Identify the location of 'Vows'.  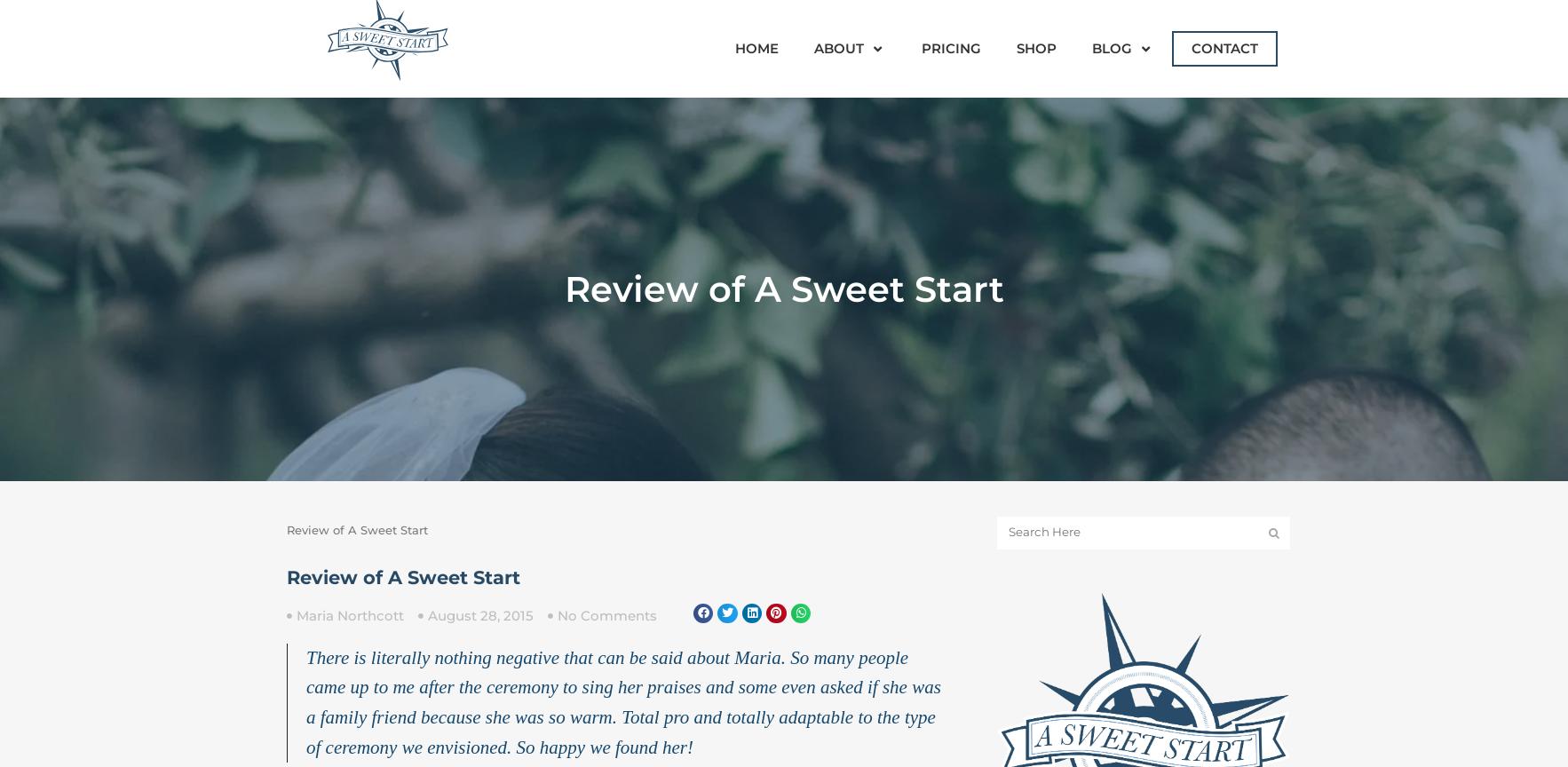
(1113, 302).